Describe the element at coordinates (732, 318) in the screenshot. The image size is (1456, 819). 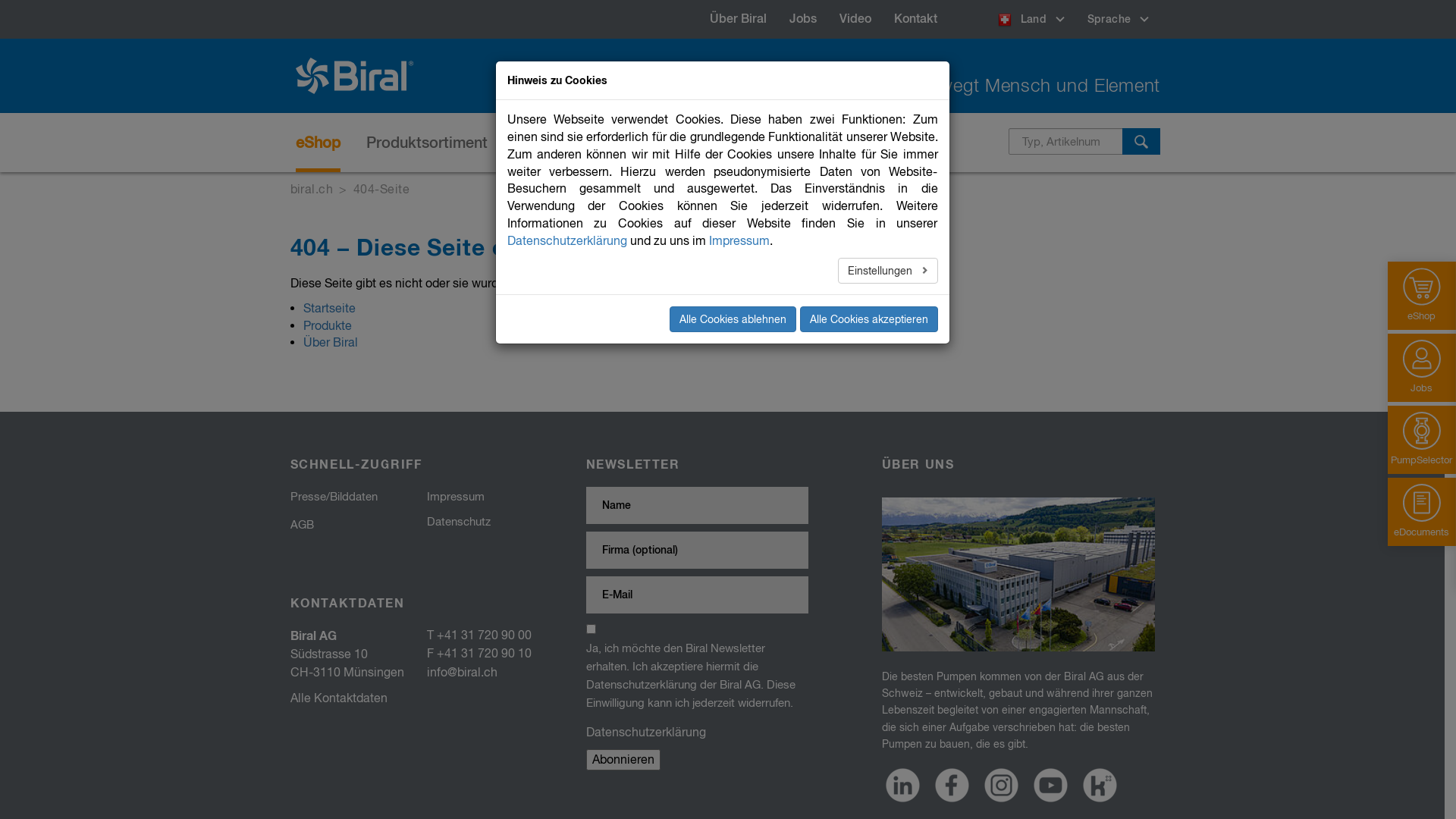
I see `'Alle Cookies ablehnen'` at that location.